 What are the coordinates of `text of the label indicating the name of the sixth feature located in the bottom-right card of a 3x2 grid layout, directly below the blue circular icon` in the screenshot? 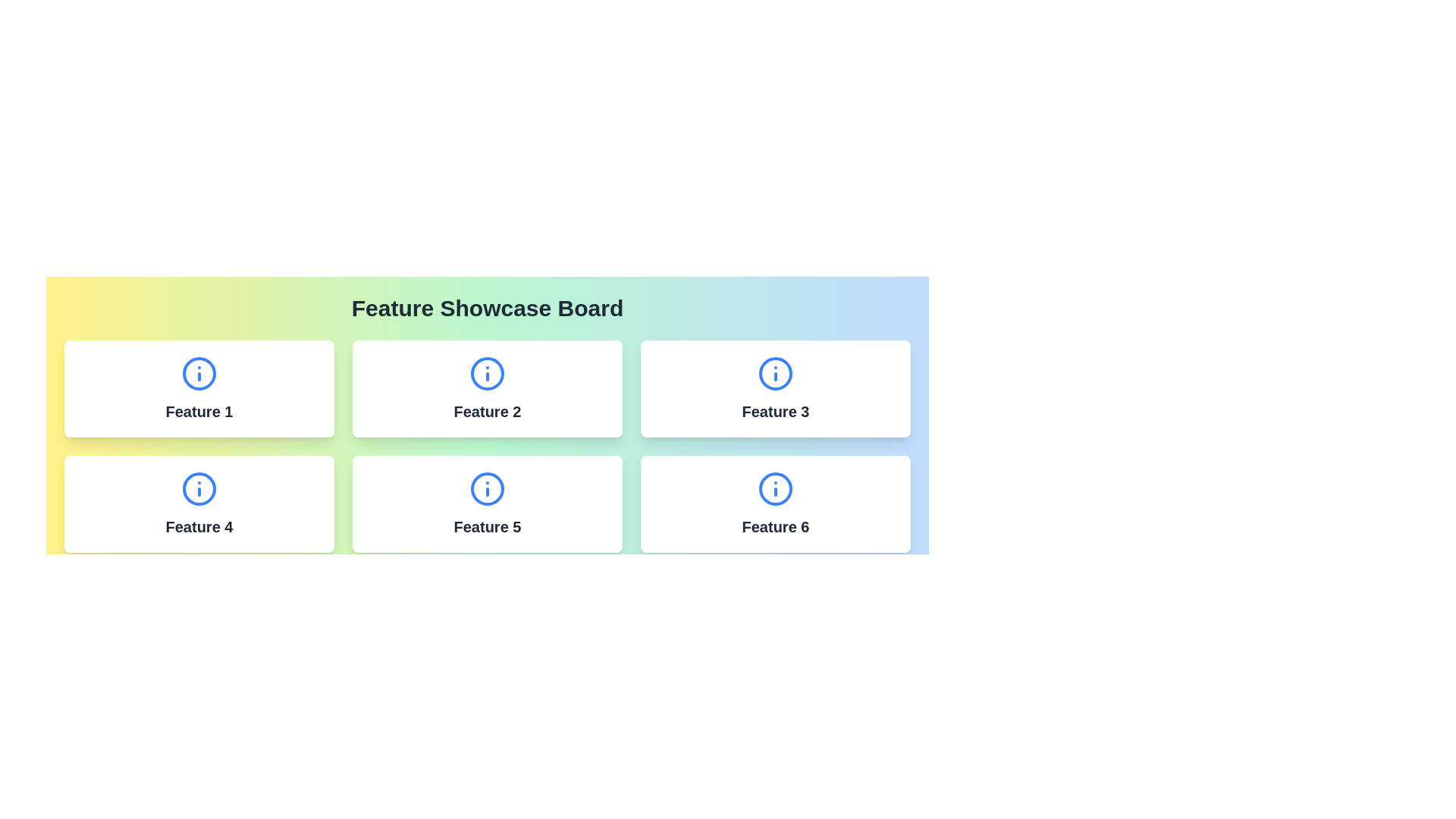 It's located at (775, 526).